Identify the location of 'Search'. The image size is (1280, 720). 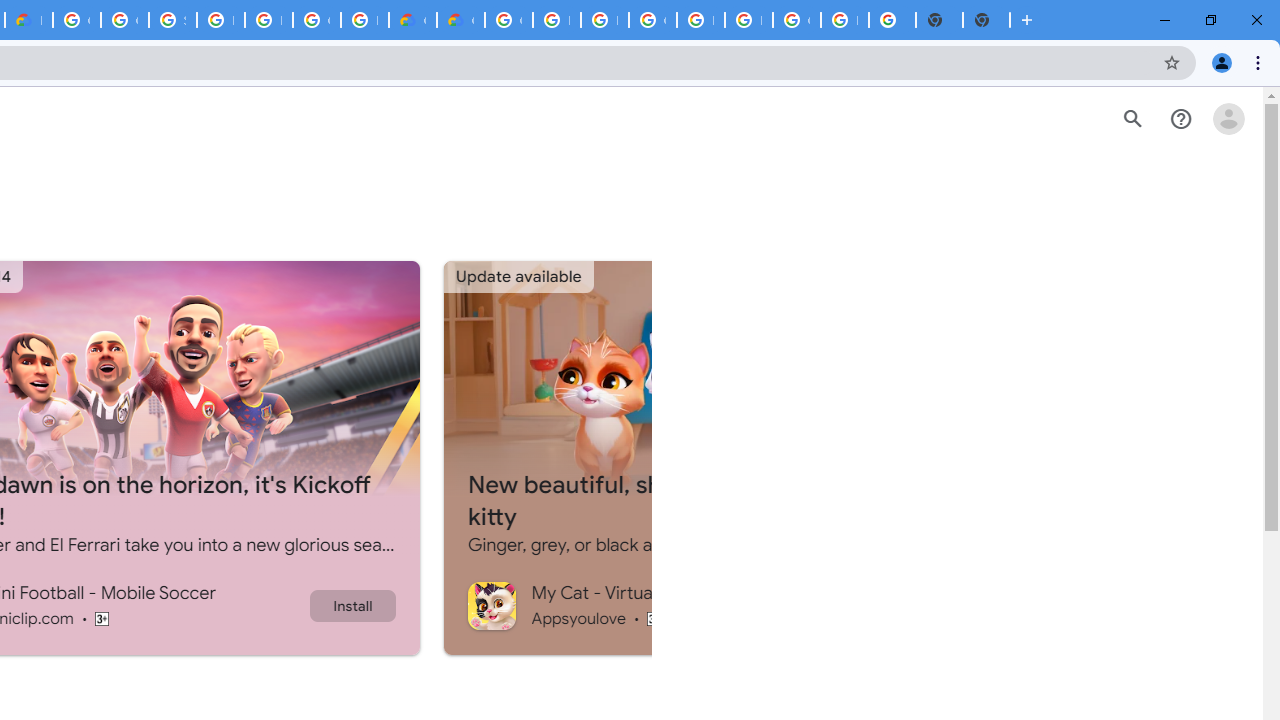
(1132, 119).